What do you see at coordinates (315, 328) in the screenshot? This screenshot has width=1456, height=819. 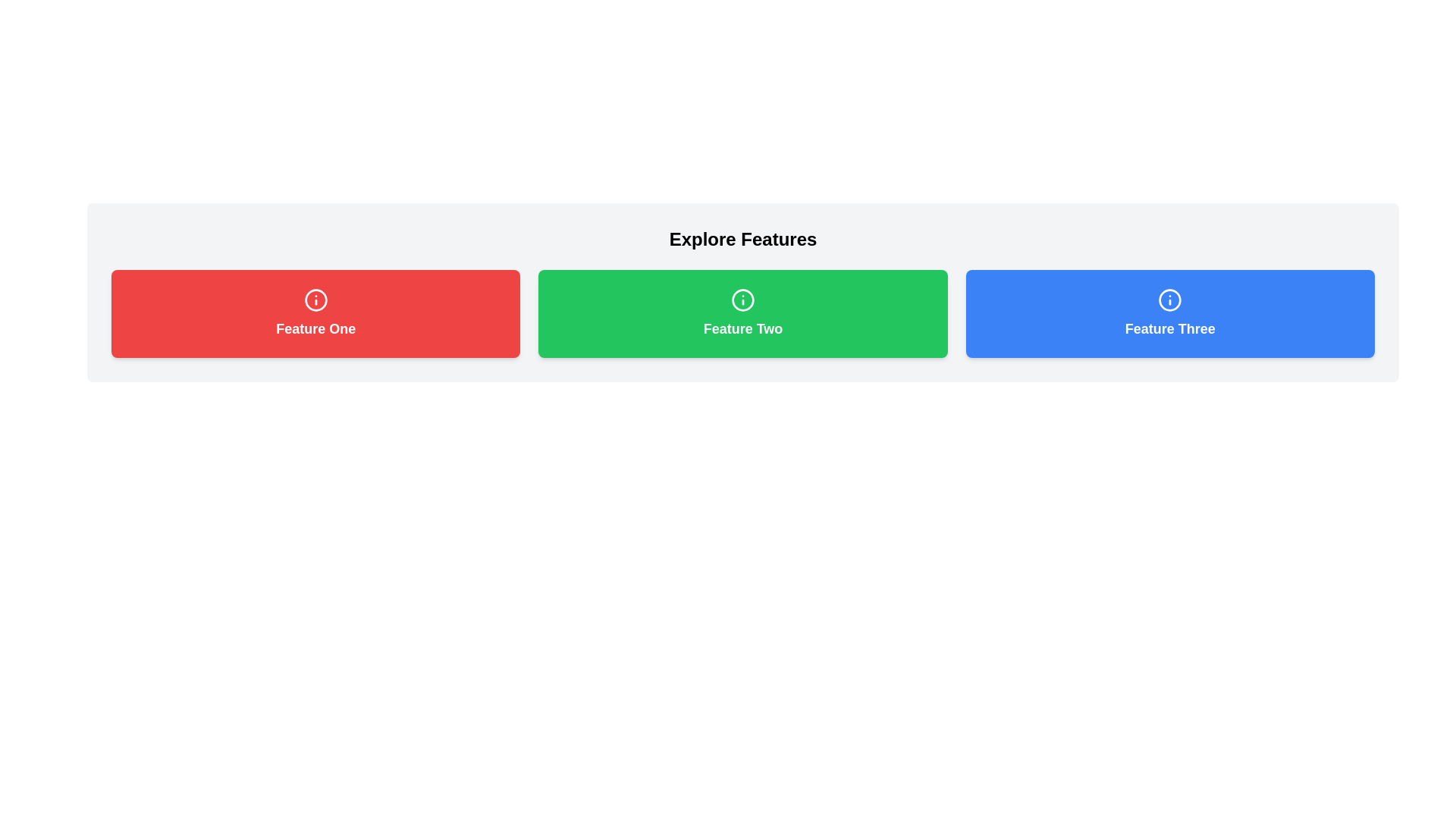 I see `centered text label 'Feature One' which is styled in bold white font on a vivid red background with rounded corners, located on the far left card below an icon` at bounding box center [315, 328].